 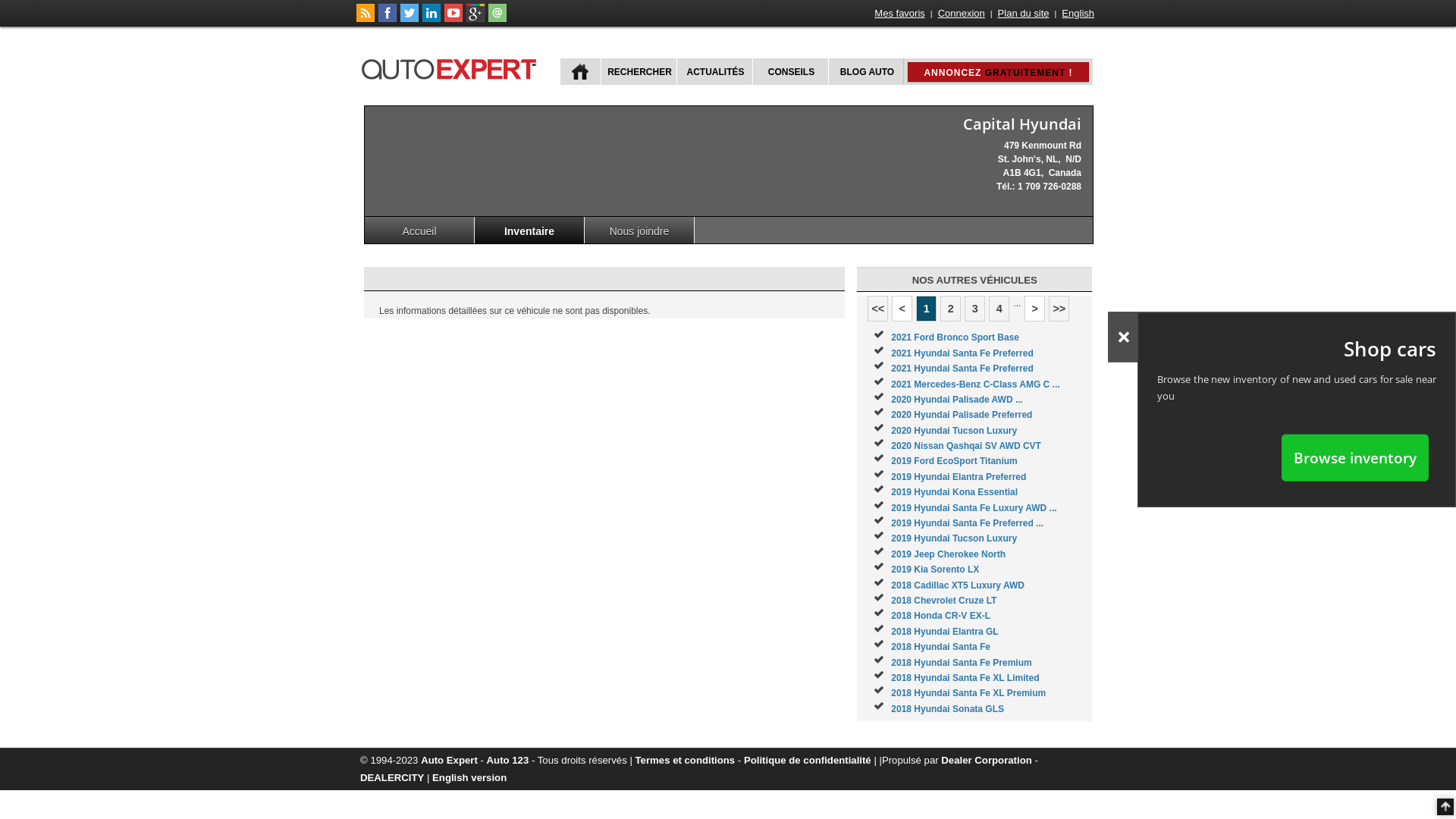 I want to click on '1', so click(x=915, y=308).